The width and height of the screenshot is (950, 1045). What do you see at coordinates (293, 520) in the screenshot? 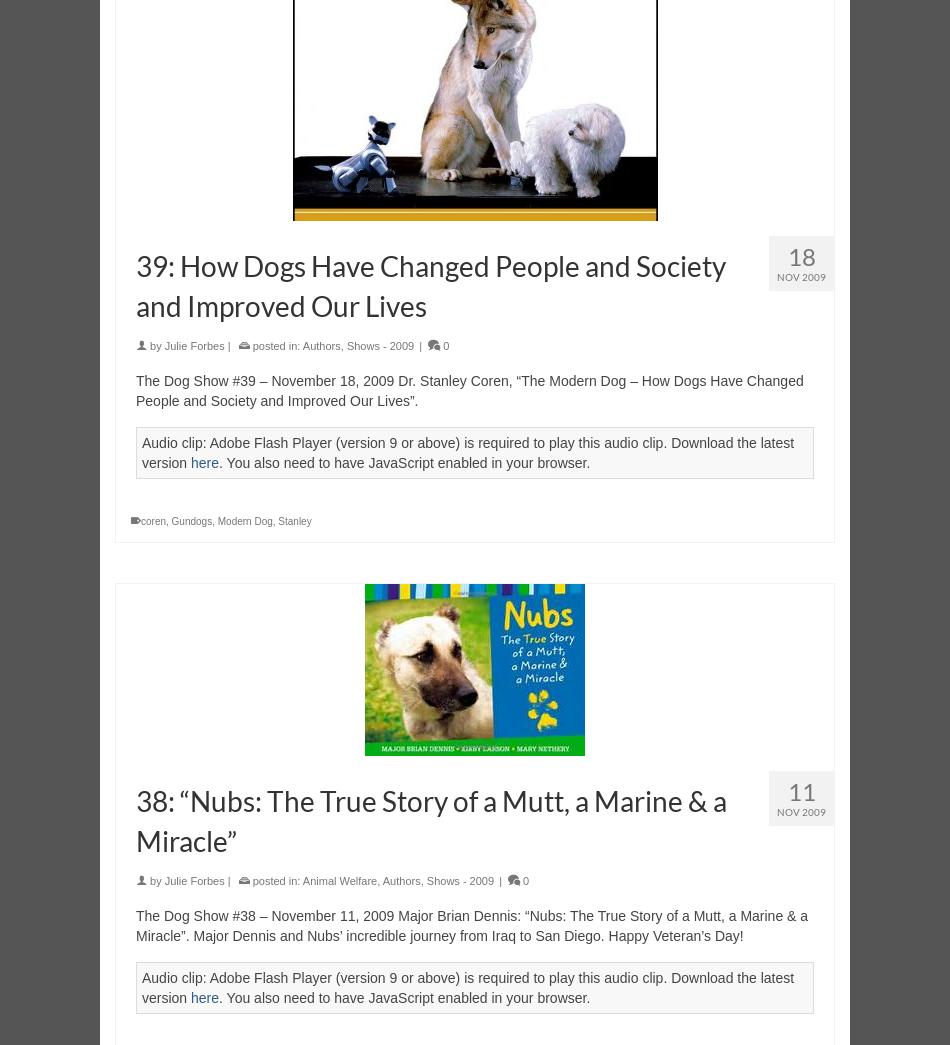
I see `'Stanley'` at bounding box center [293, 520].